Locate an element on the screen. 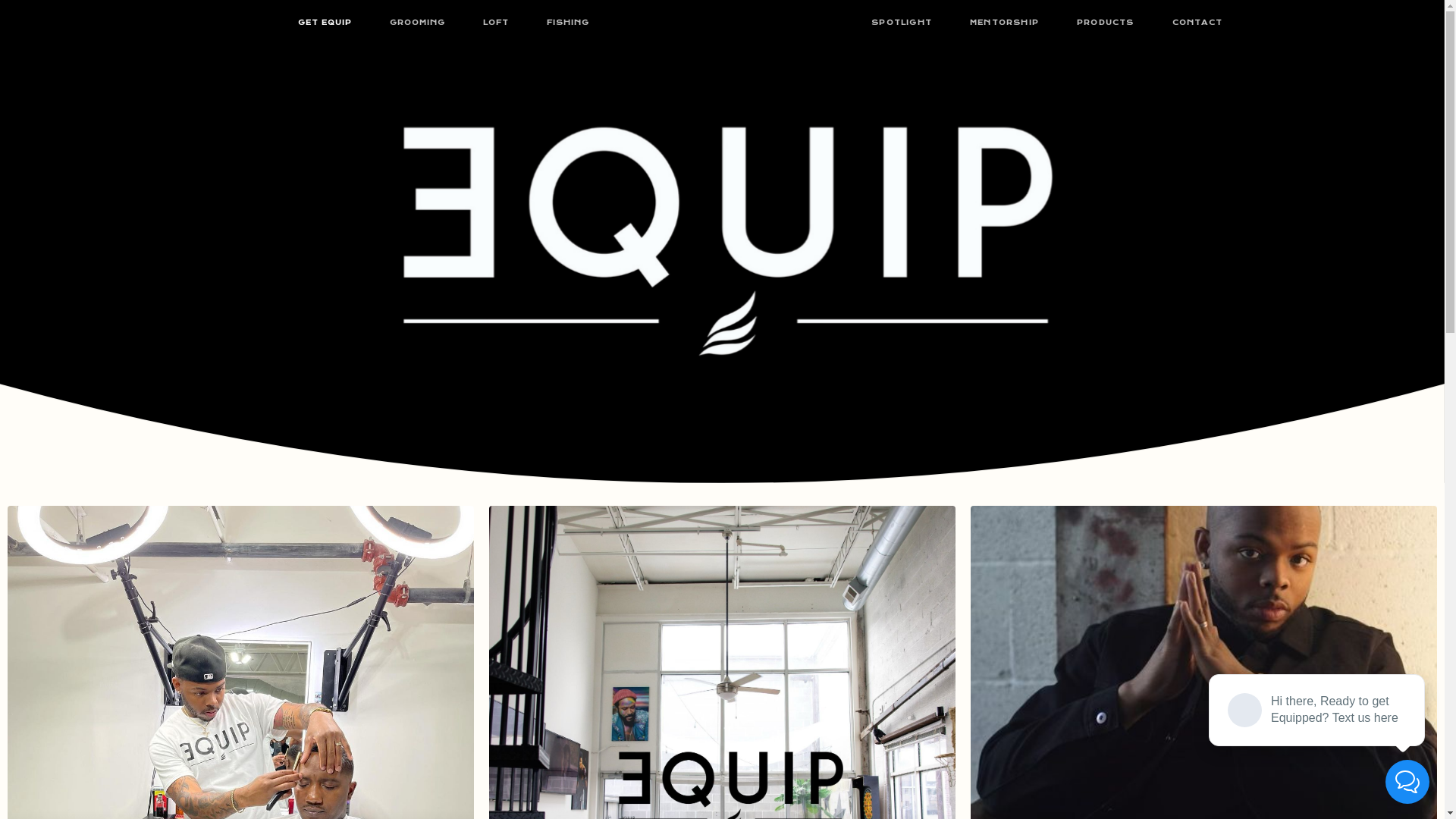 The width and height of the screenshot is (1456, 819). 'FISHING' is located at coordinates (566, 23).